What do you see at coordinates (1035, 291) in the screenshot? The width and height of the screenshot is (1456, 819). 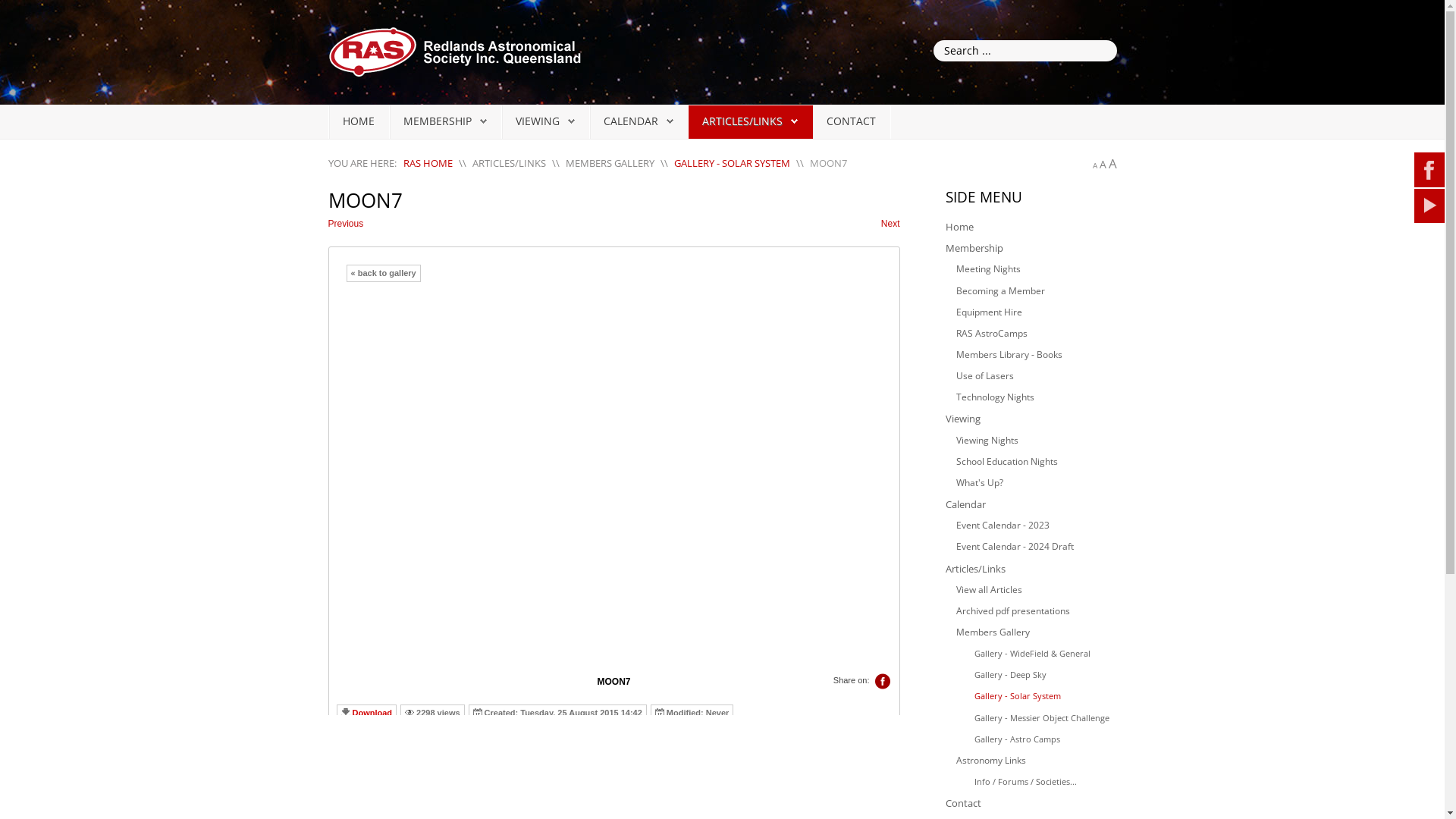 I see `'Becoming a Member'` at bounding box center [1035, 291].